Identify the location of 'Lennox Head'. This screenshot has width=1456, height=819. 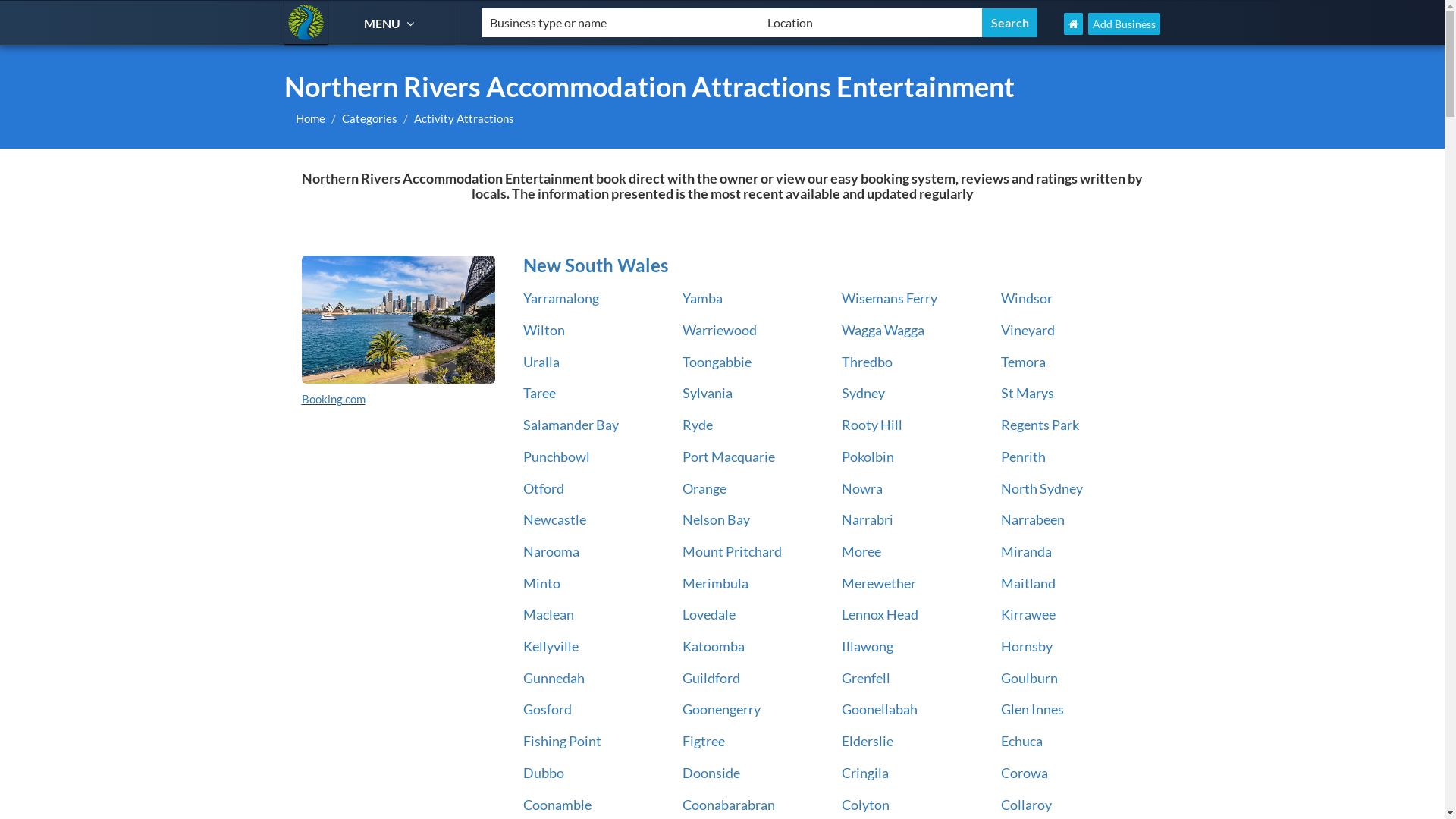
(880, 614).